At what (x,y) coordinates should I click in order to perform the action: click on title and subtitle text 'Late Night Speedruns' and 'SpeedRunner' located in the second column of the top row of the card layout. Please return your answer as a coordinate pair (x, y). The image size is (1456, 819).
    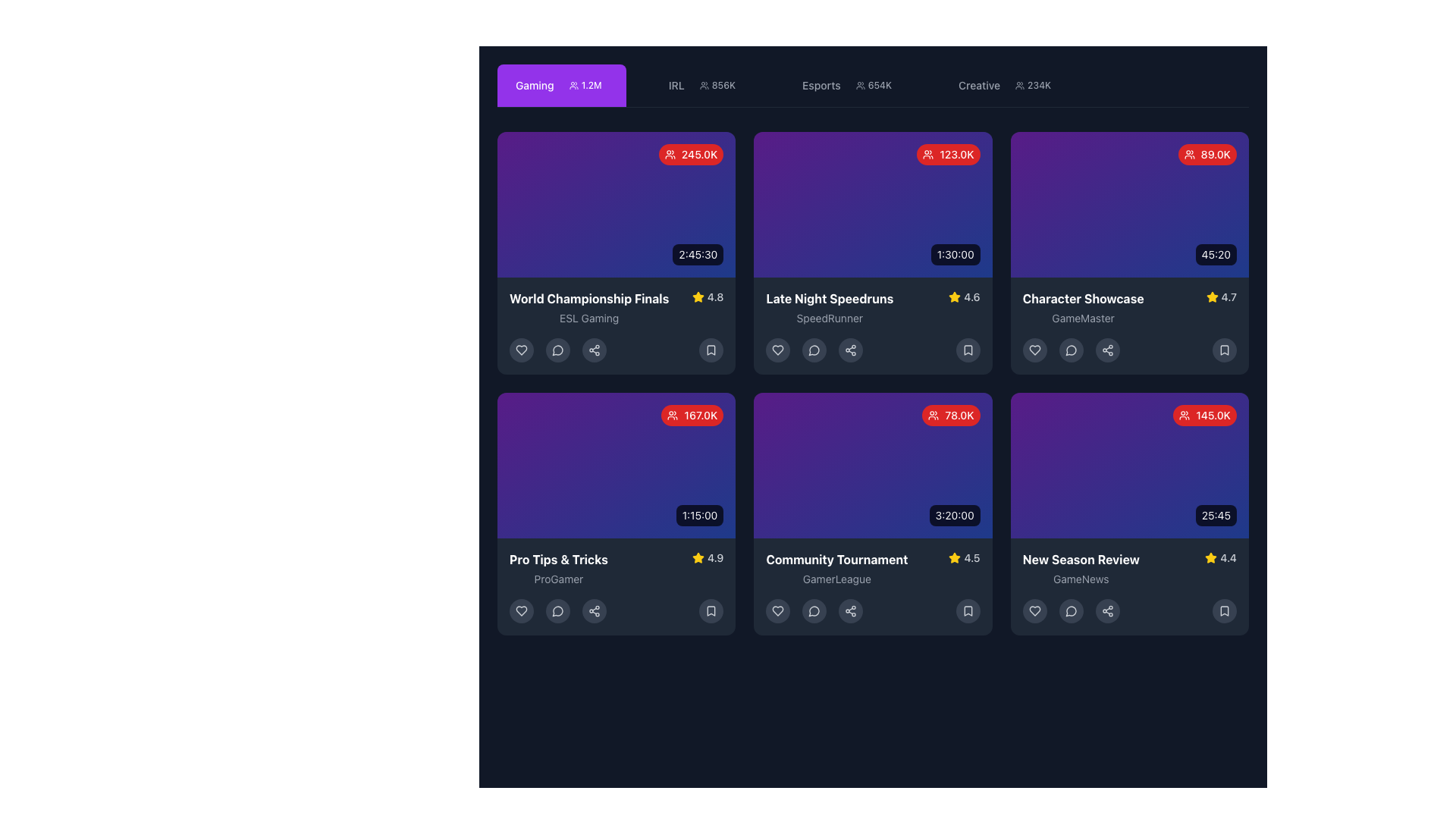
    Looking at the image, I should click on (829, 307).